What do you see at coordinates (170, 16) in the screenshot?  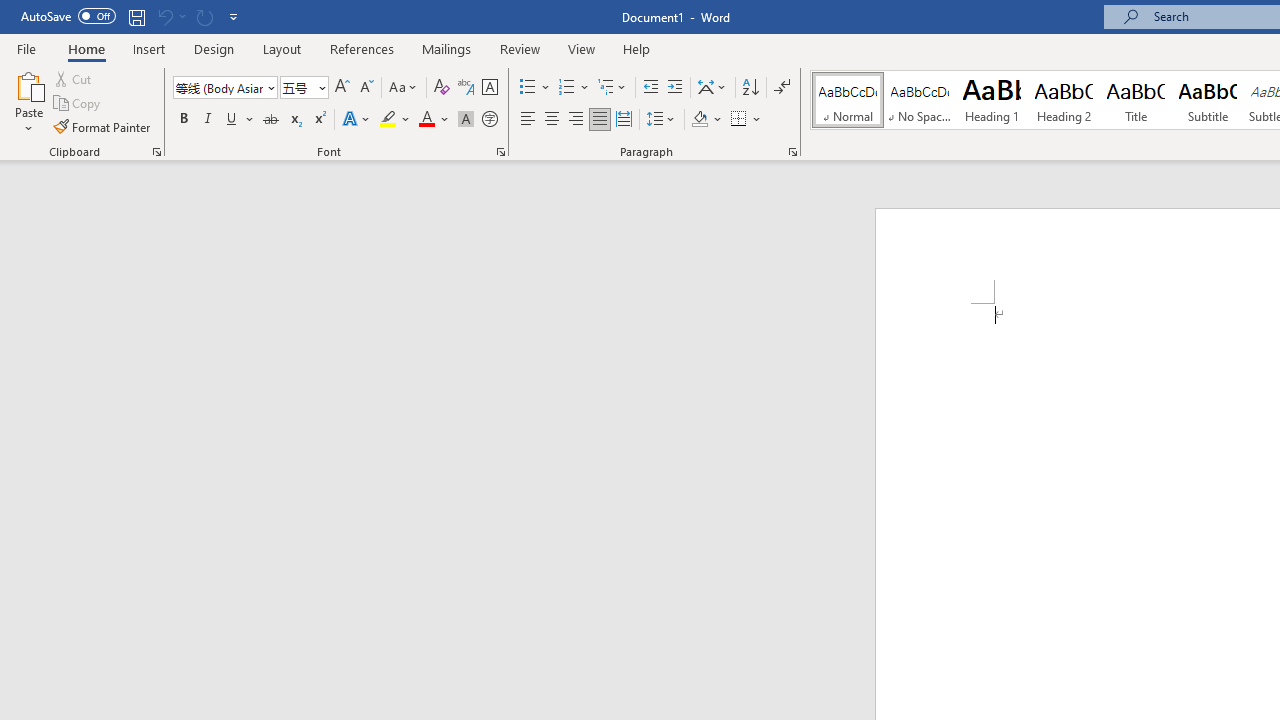 I see `'Can'` at bounding box center [170, 16].